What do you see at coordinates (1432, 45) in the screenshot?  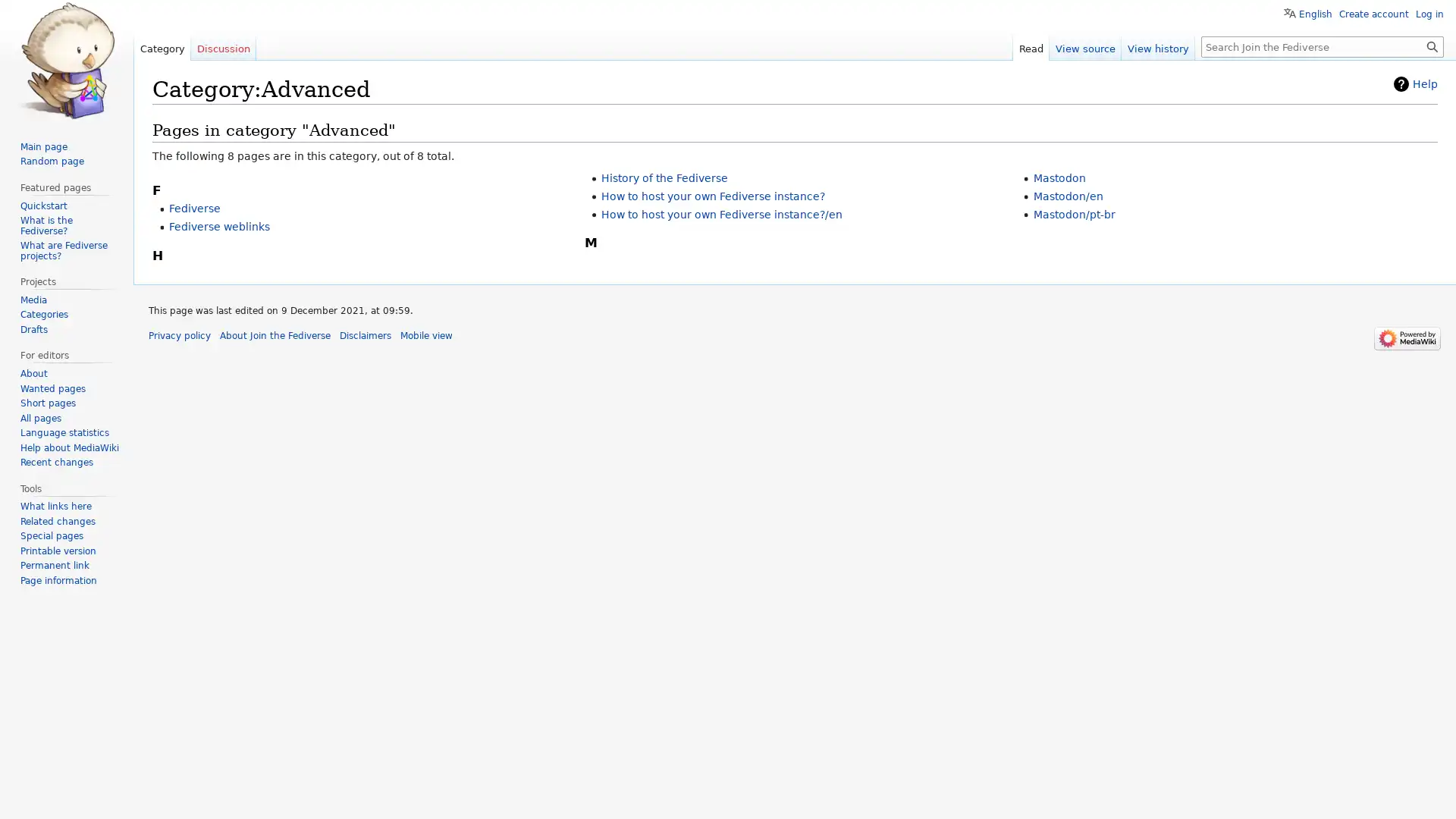 I see `Go` at bounding box center [1432, 45].